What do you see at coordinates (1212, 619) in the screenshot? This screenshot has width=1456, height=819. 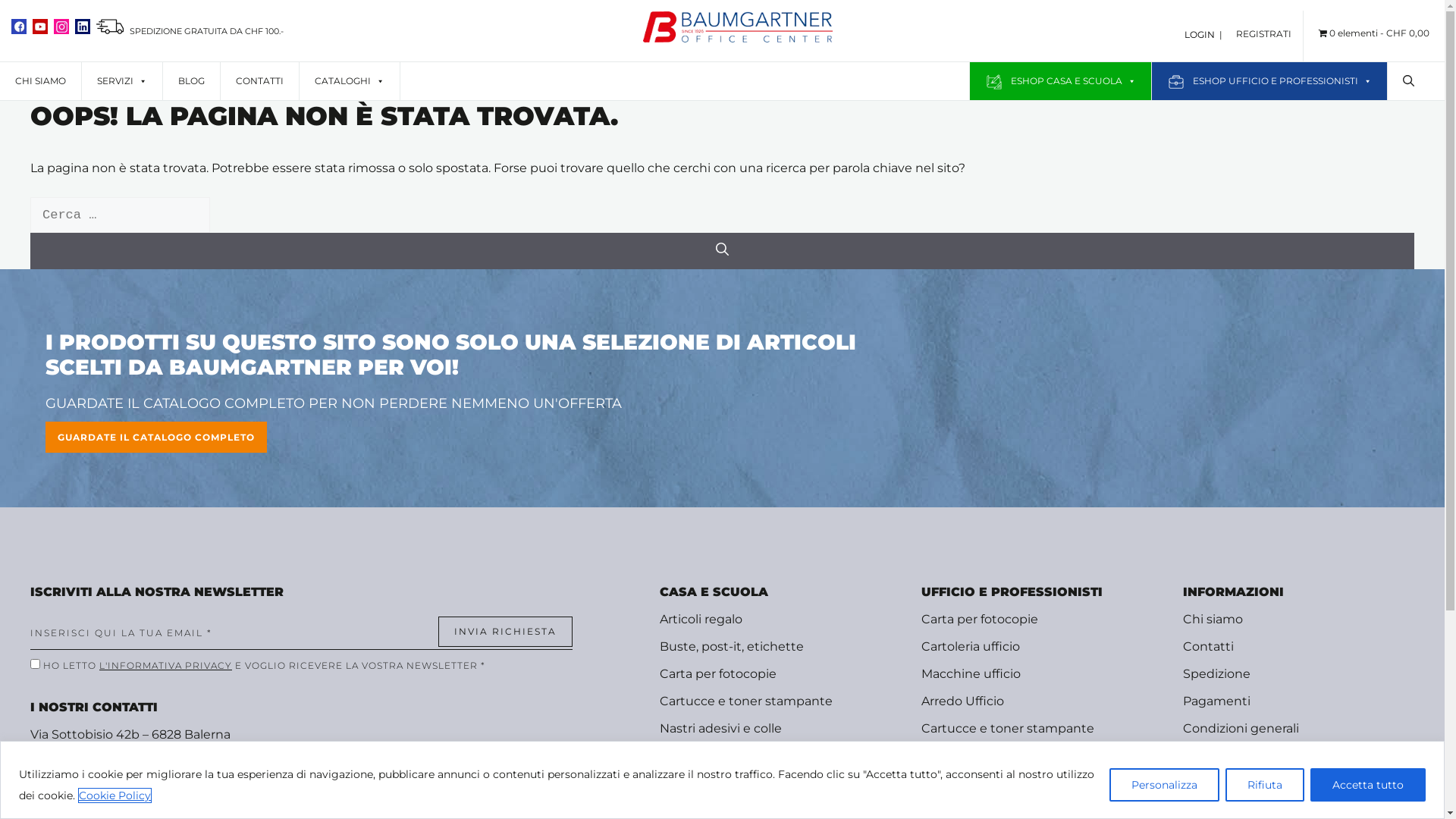 I see `'Chi siamo'` at bounding box center [1212, 619].